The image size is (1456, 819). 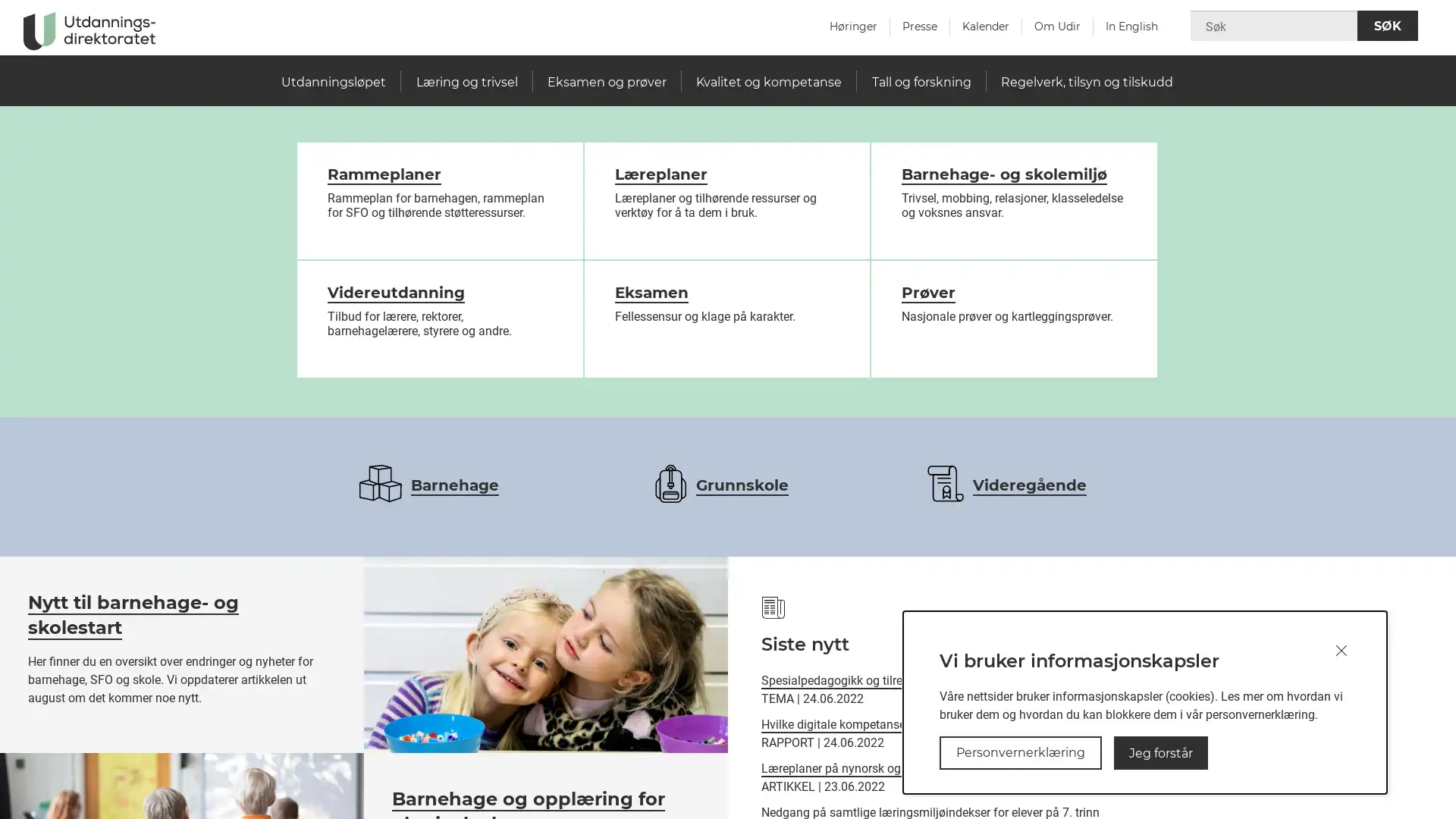 I want to click on Lring og trivsel, so click(x=465, y=82).